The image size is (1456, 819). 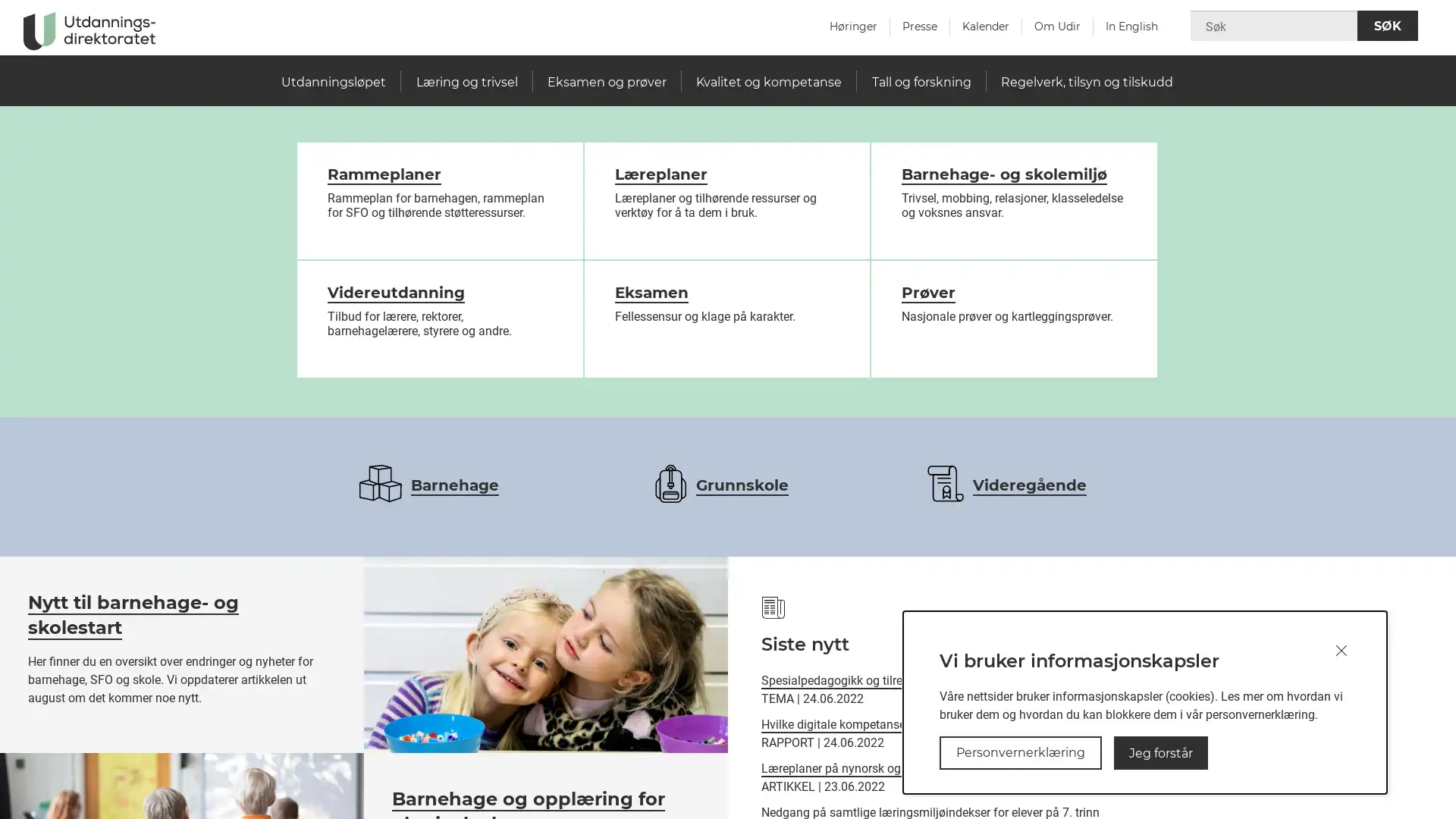 I want to click on Lring og trivsel, so click(x=465, y=82).